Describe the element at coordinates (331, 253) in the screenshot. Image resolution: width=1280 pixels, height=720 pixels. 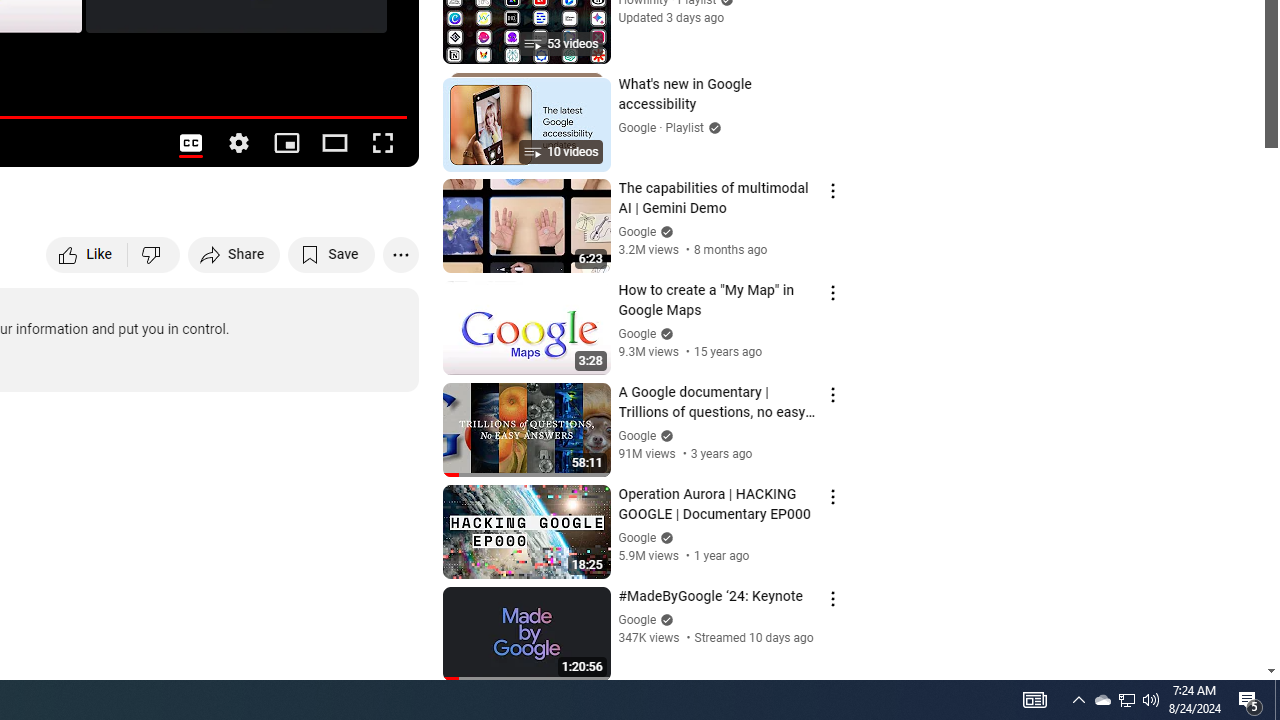
I see `'Save to playlist'` at that location.